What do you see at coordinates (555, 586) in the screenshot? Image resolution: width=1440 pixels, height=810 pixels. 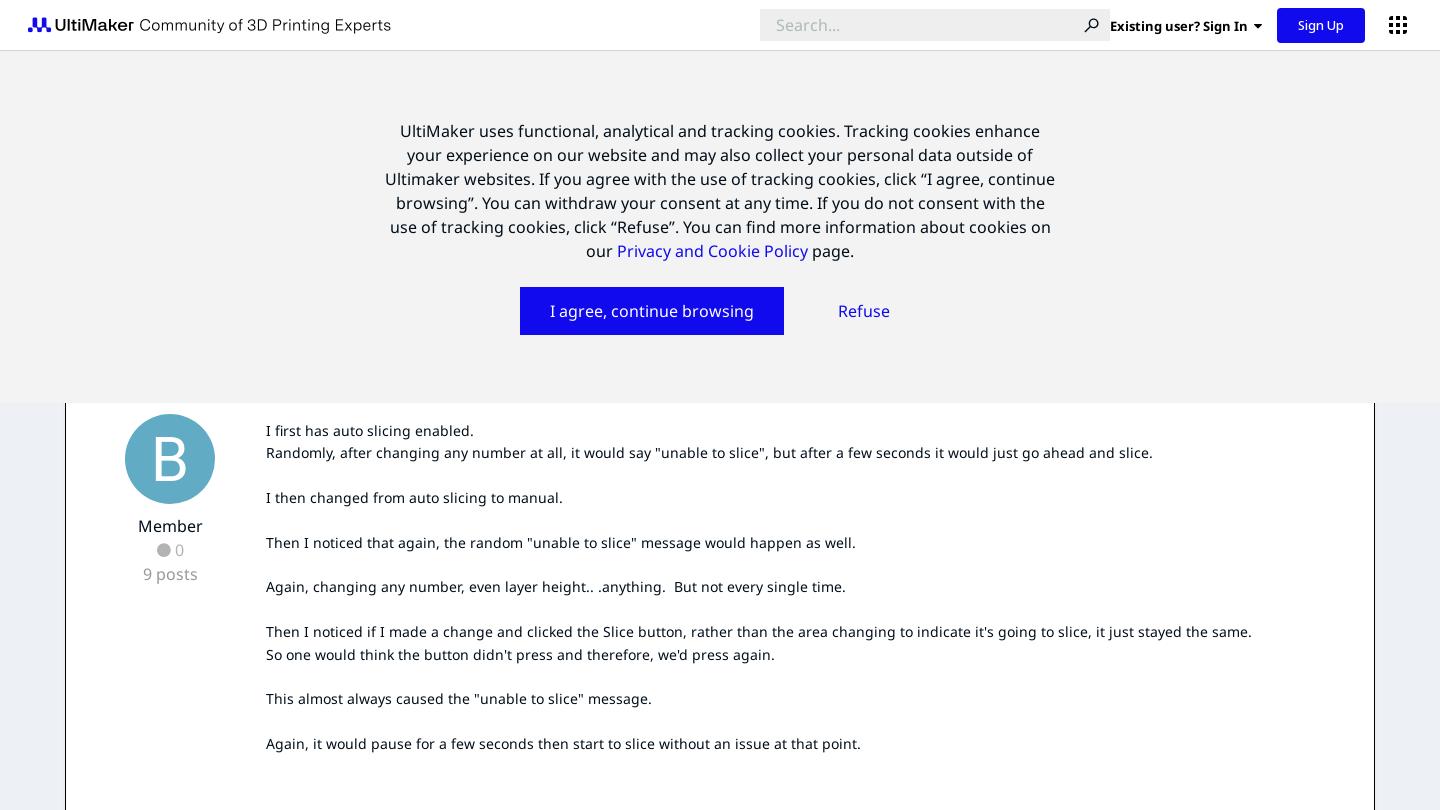 I see `'Again, changing any number, even layer height.. .anything.  But not every single time.'` at bounding box center [555, 586].